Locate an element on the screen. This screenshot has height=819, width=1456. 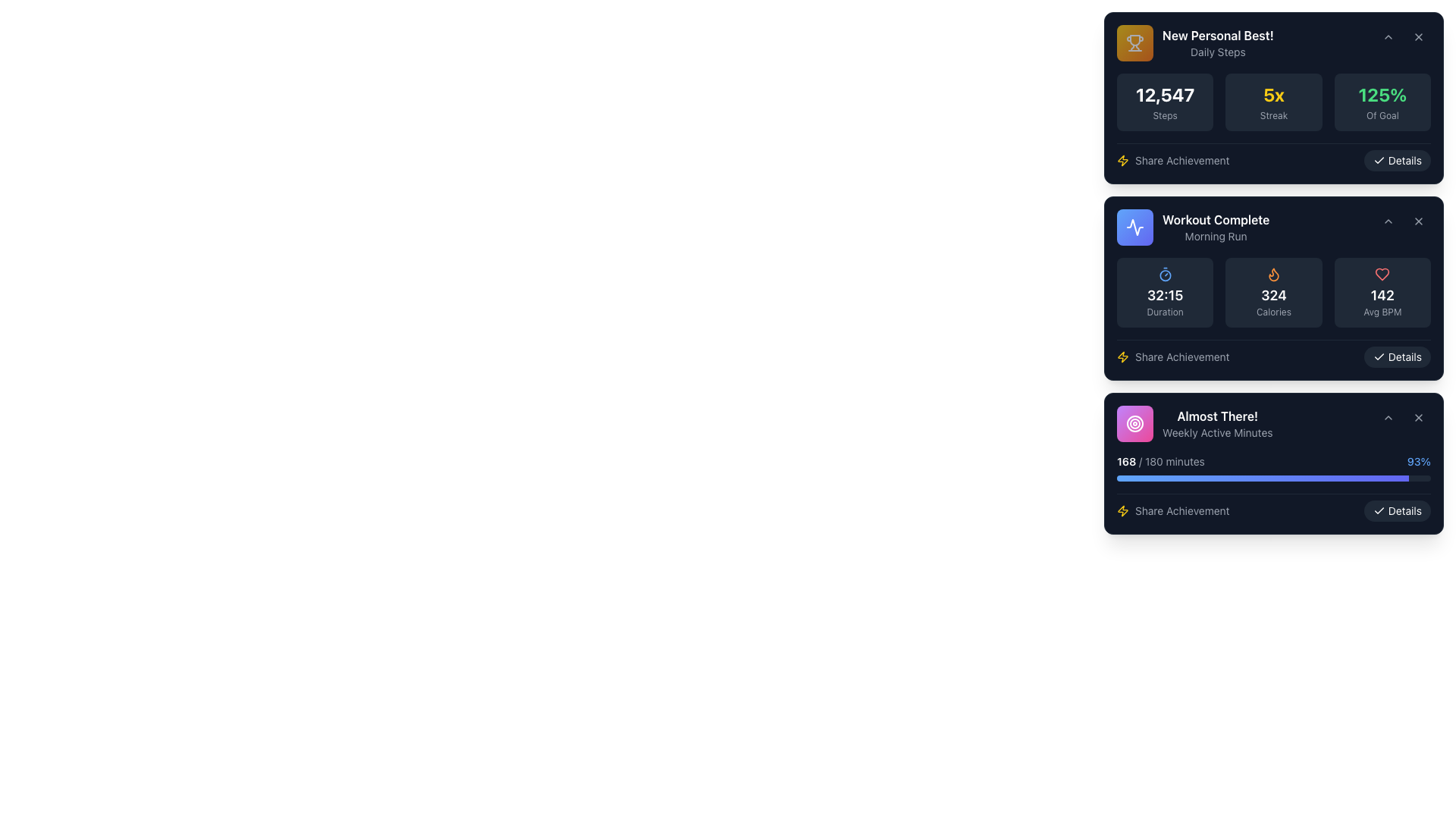
the 'Details' button with a dark gray background and white text, located in the 'Share Achievement' section of the 'New Personal Best!' card is located at coordinates (1396, 161).